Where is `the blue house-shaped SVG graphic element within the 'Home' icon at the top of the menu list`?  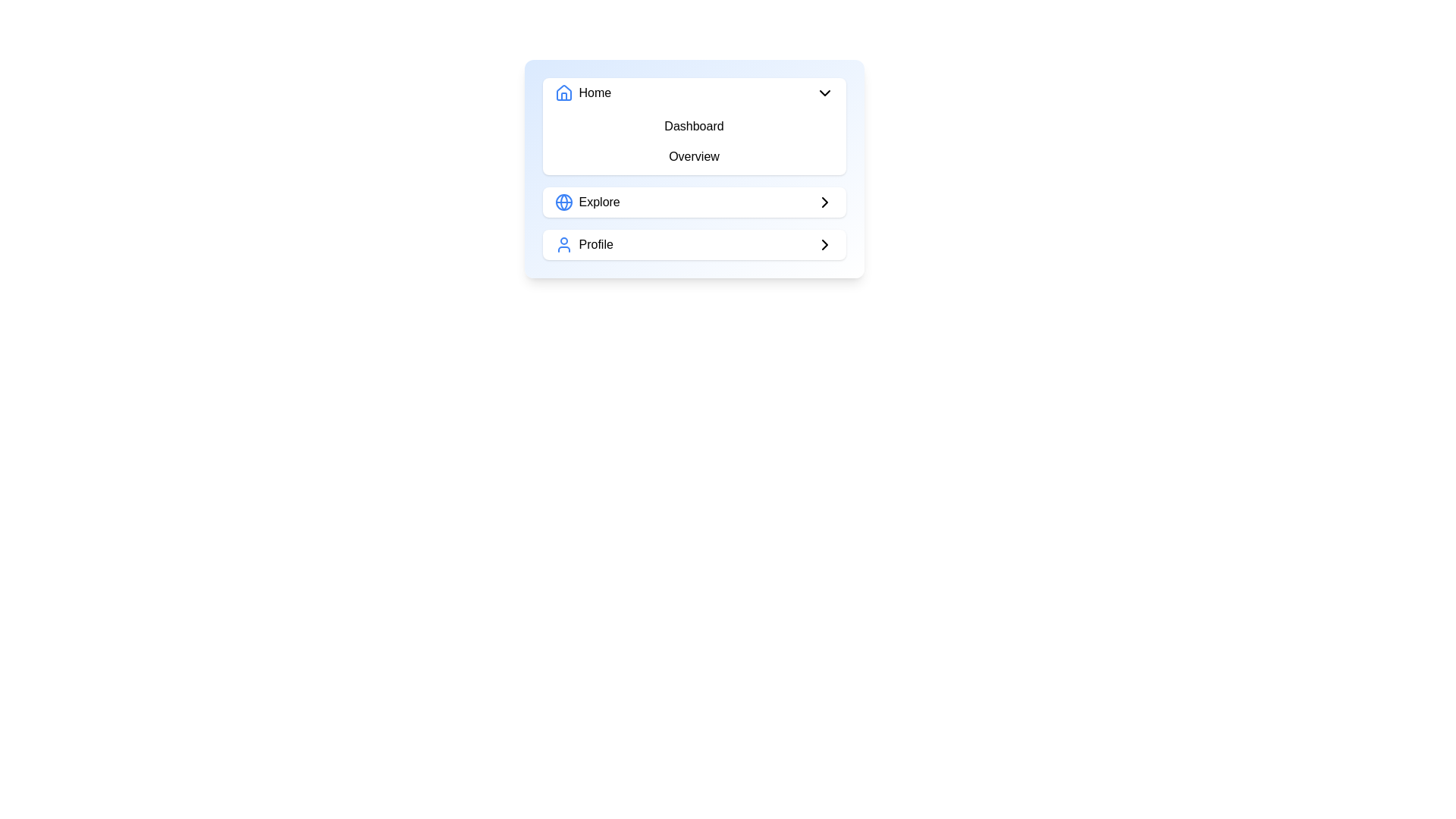
the blue house-shaped SVG graphic element within the 'Home' icon at the top of the menu list is located at coordinates (563, 93).